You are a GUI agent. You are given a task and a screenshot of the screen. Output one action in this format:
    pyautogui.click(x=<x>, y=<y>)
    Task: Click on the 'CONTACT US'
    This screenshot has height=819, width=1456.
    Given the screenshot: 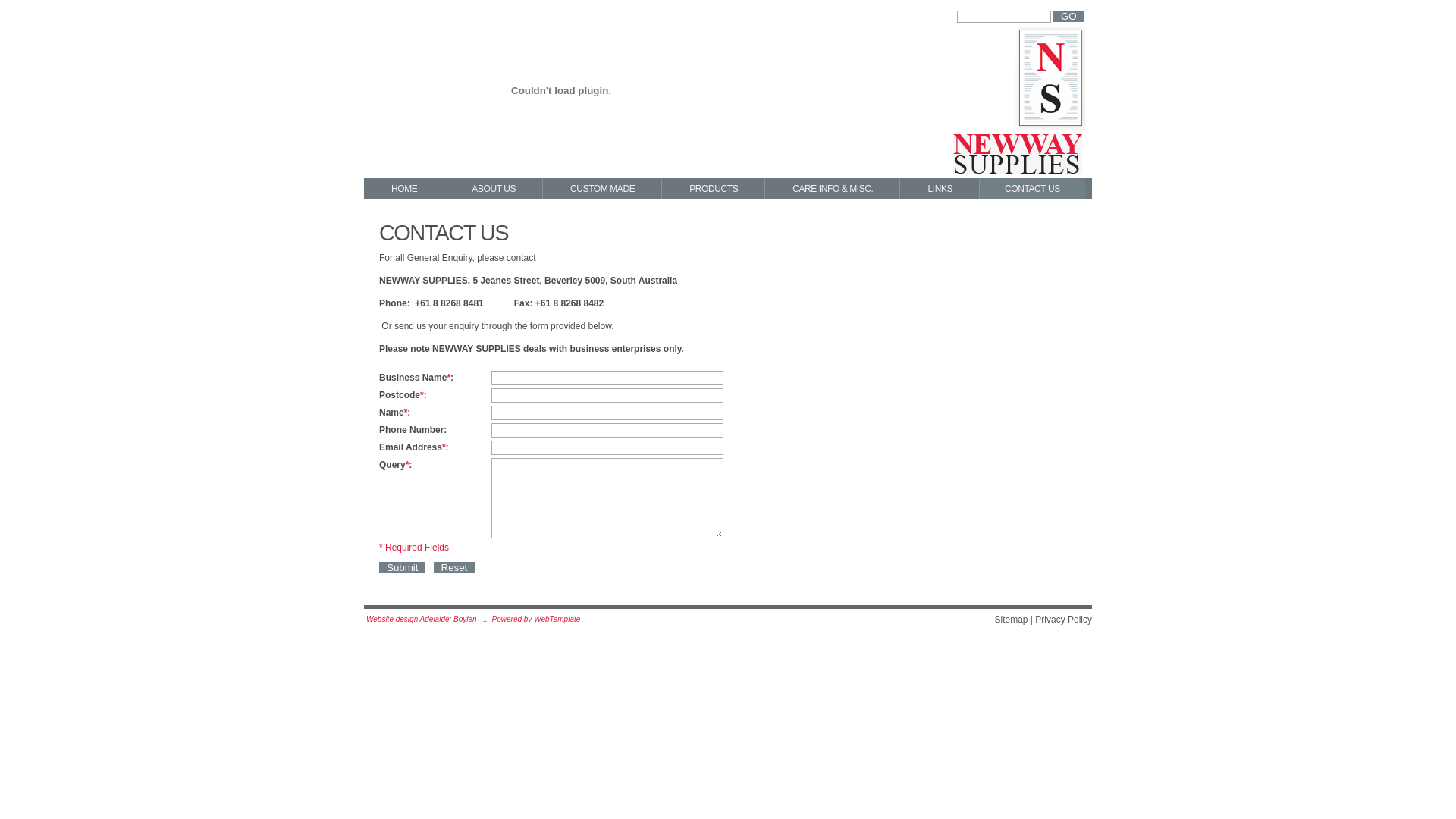 What is the action you would take?
    pyautogui.click(x=1031, y=188)
    